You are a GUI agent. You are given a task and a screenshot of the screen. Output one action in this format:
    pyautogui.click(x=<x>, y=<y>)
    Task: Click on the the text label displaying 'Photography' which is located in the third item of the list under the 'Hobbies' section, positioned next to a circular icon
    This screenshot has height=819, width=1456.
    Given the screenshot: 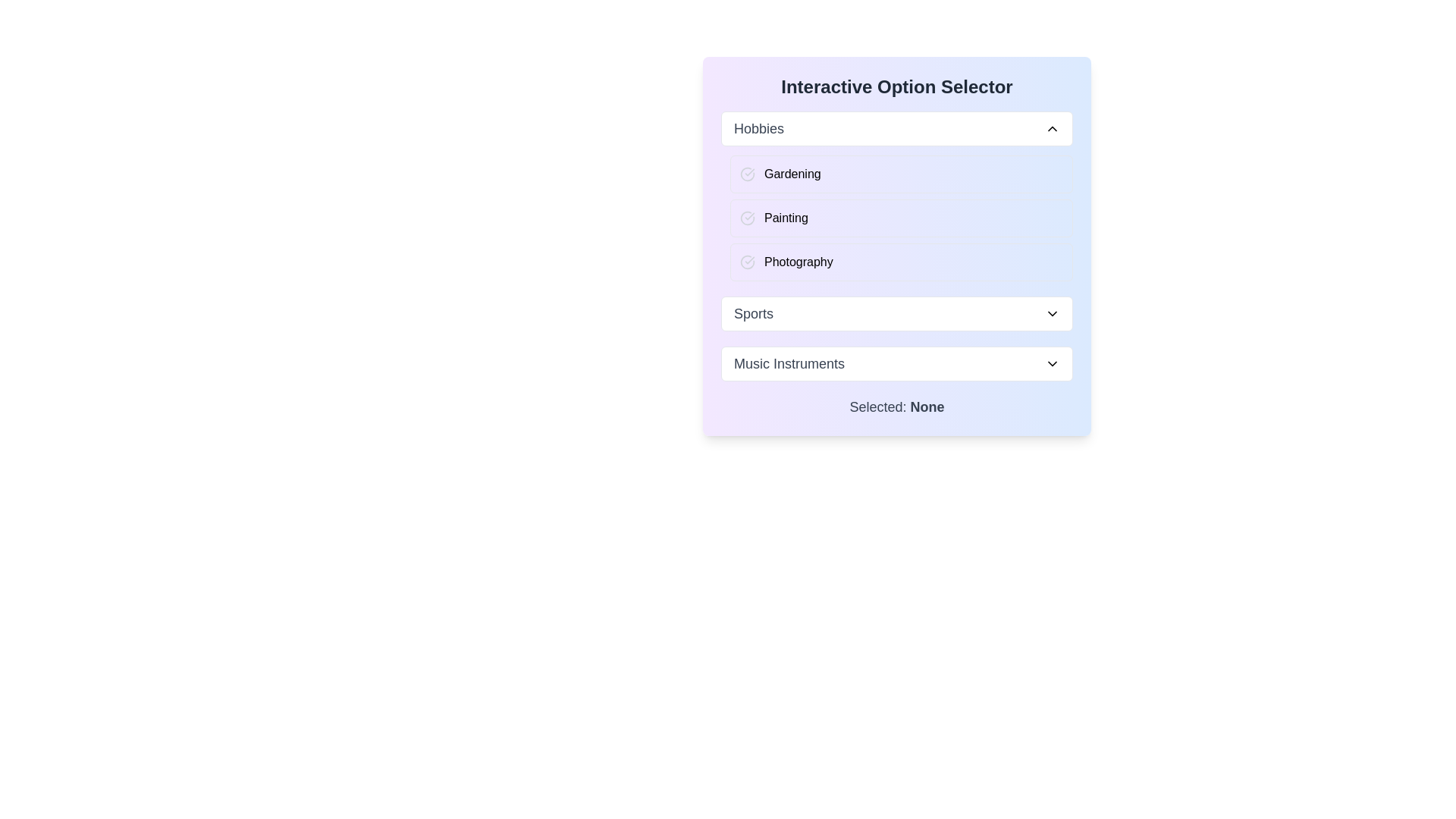 What is the action you would take?
    pyautogui.click(x=798, y=262)
    